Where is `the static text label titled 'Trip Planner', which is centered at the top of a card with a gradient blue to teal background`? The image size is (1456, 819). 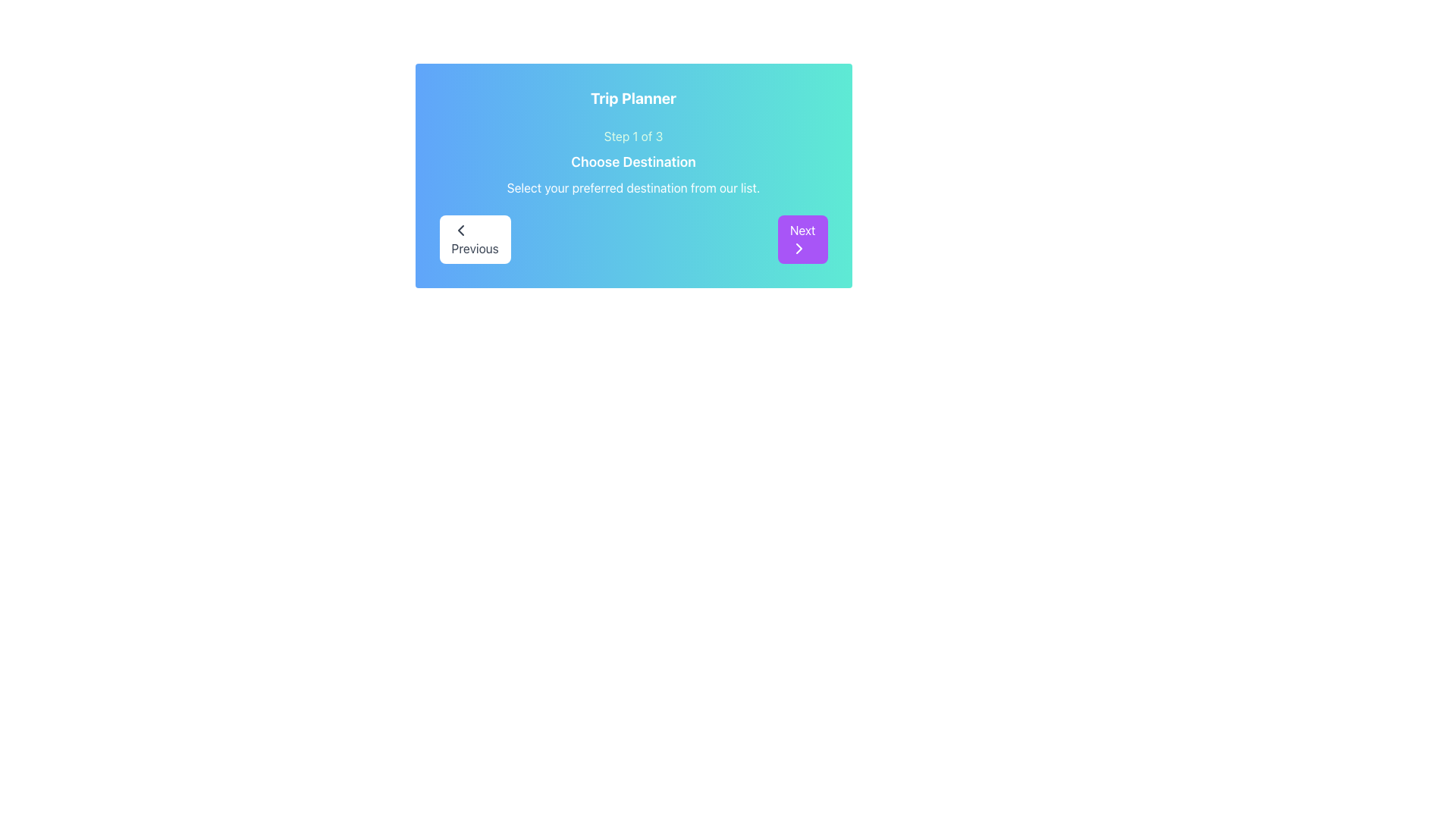 the static text label titled 'Trip Planner', which is centered at the top of a card with a gradient blue to teal background is located at coordinates (633, 99).